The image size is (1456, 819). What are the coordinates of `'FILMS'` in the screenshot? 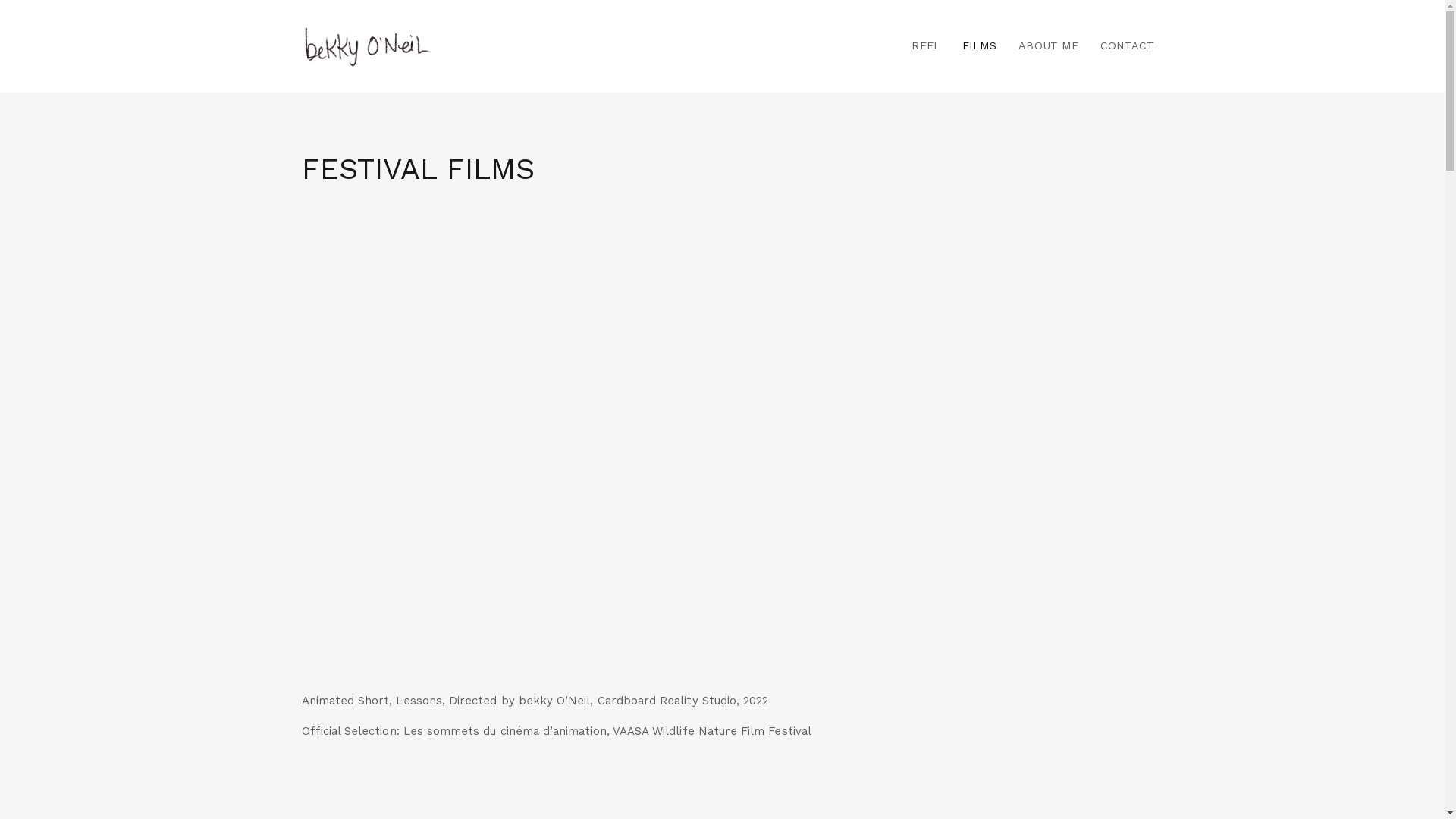 It's located at (979, 45).